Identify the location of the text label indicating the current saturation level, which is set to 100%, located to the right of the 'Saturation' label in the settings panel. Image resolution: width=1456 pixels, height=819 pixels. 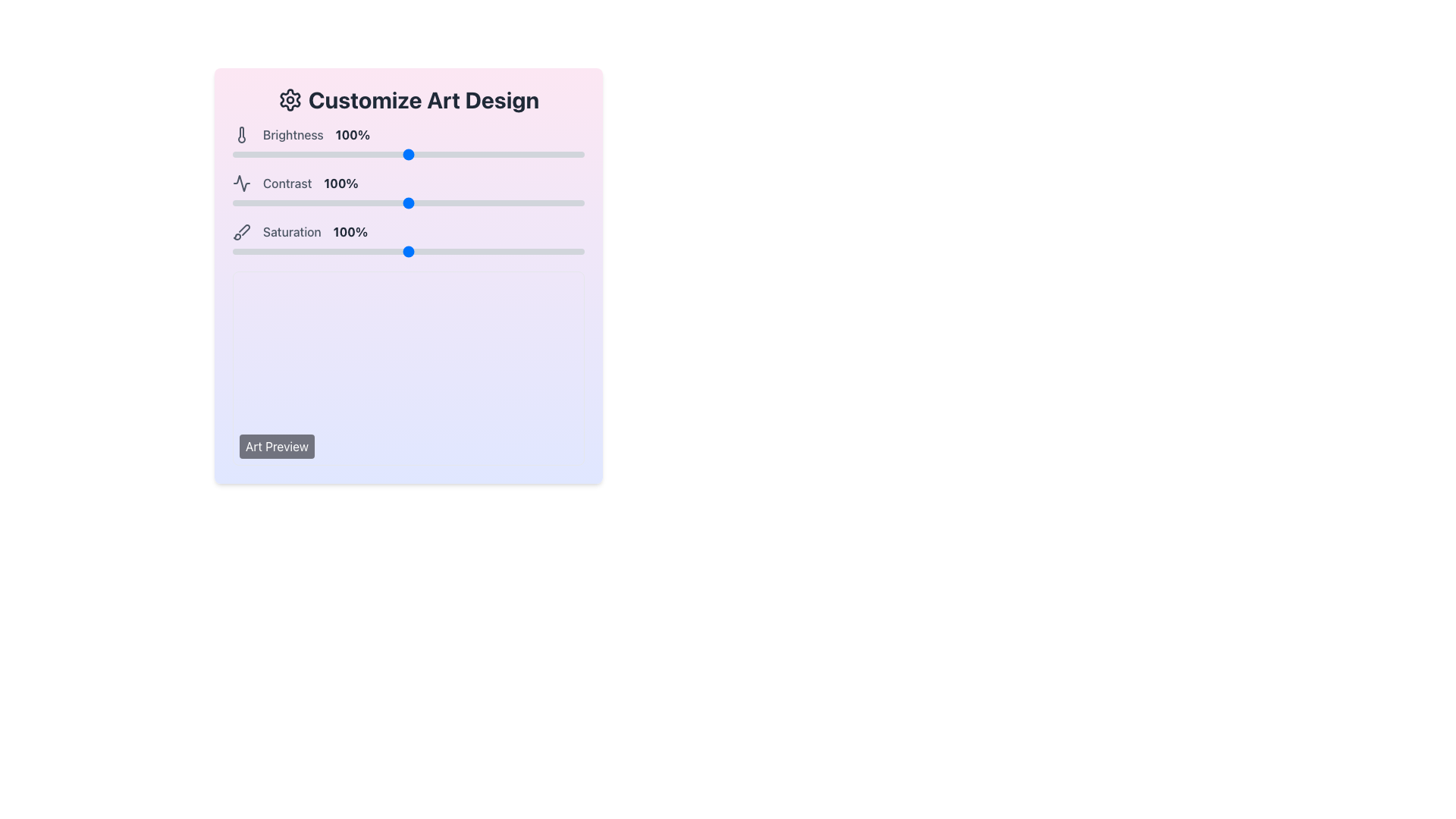
(350, 231).